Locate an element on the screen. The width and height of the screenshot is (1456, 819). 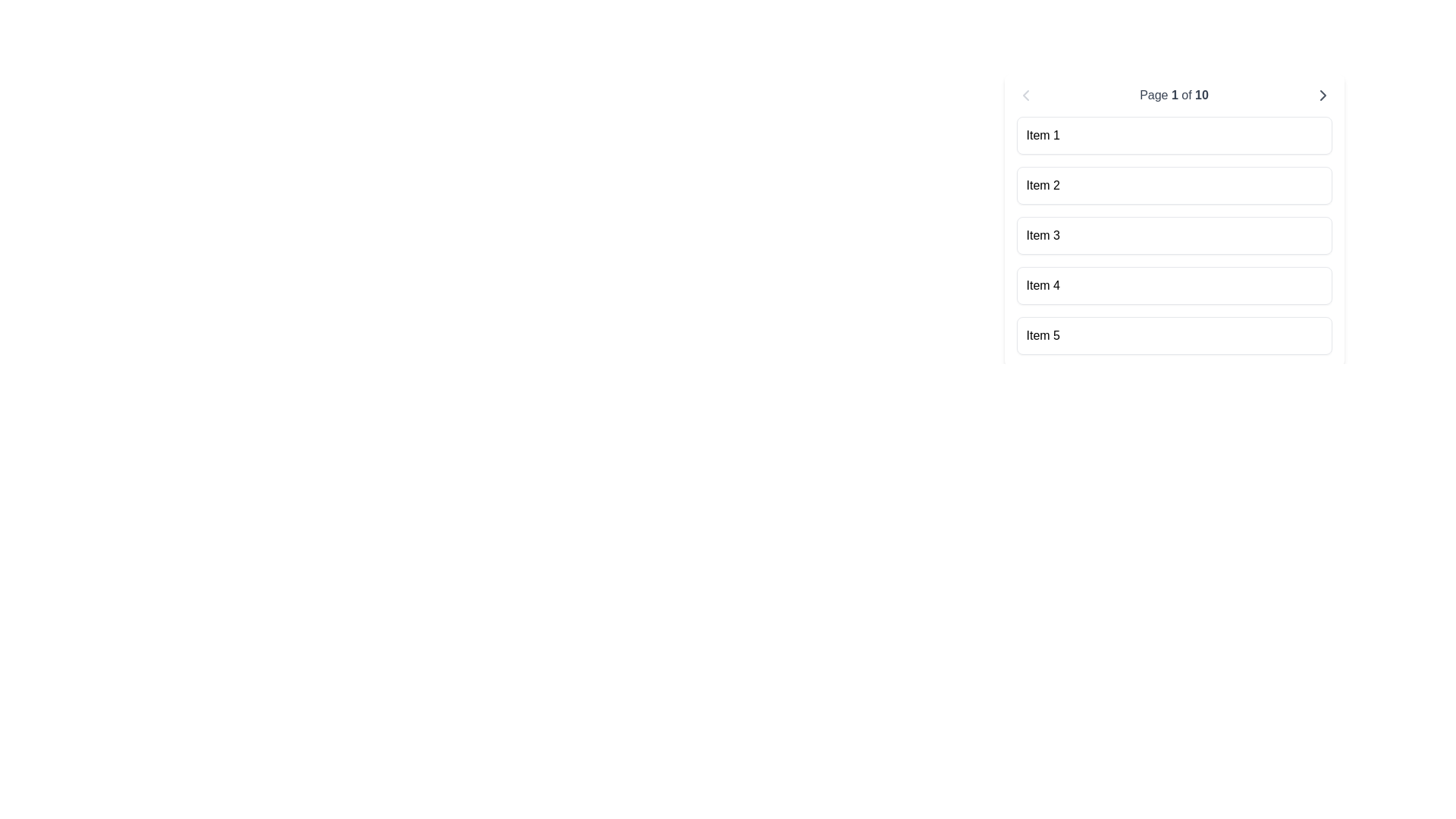
the right-pointing chevron icon button located in the top-right corner of the interface, adjacent to the 'Page 1 of 10' header is located at coordinates (1322, 96).